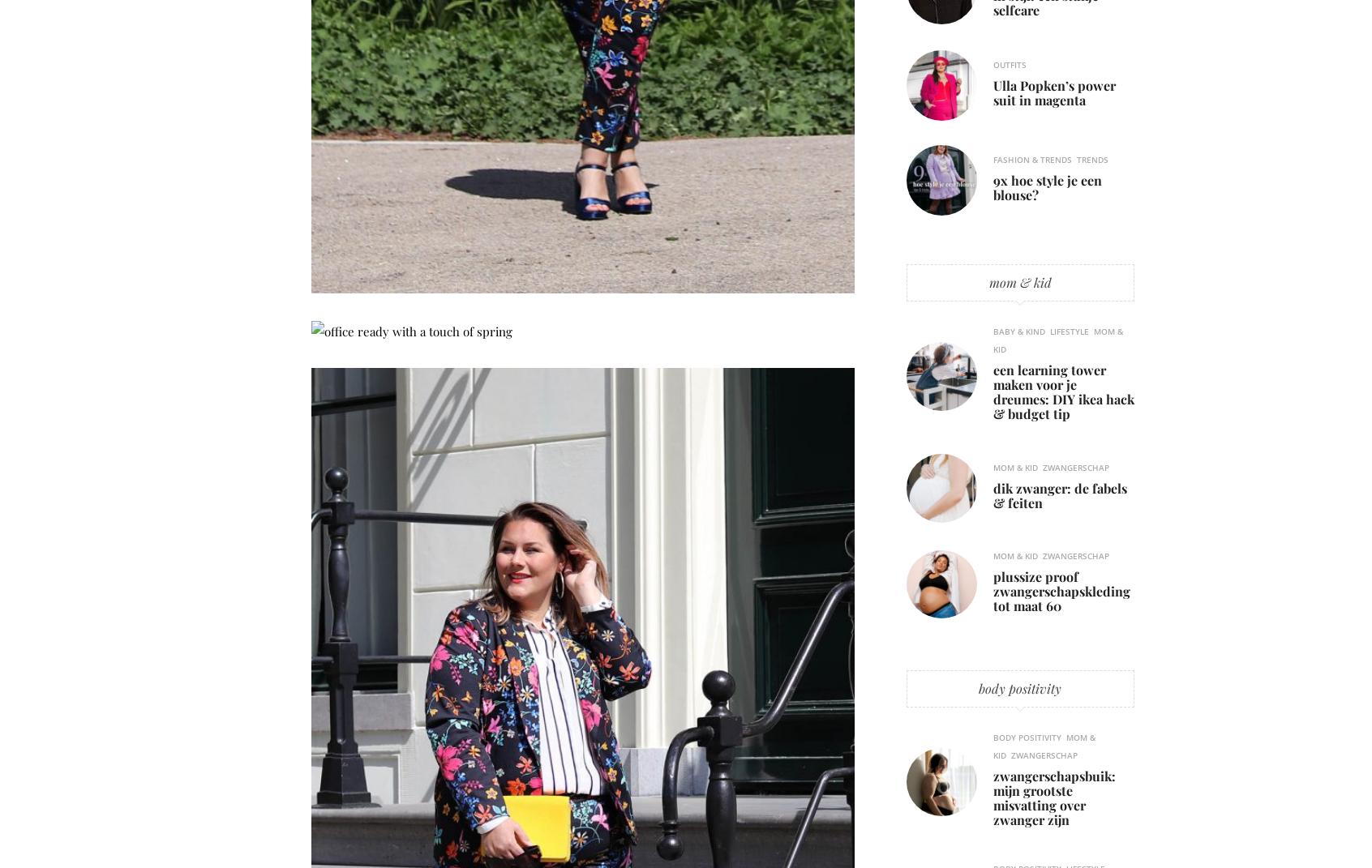 The height and width of the screenshot is (868, 1372). I want to click on 'zwangerschapsbuik: mijn grootste misvatting over zwanger zijn', so click(1053, 796).